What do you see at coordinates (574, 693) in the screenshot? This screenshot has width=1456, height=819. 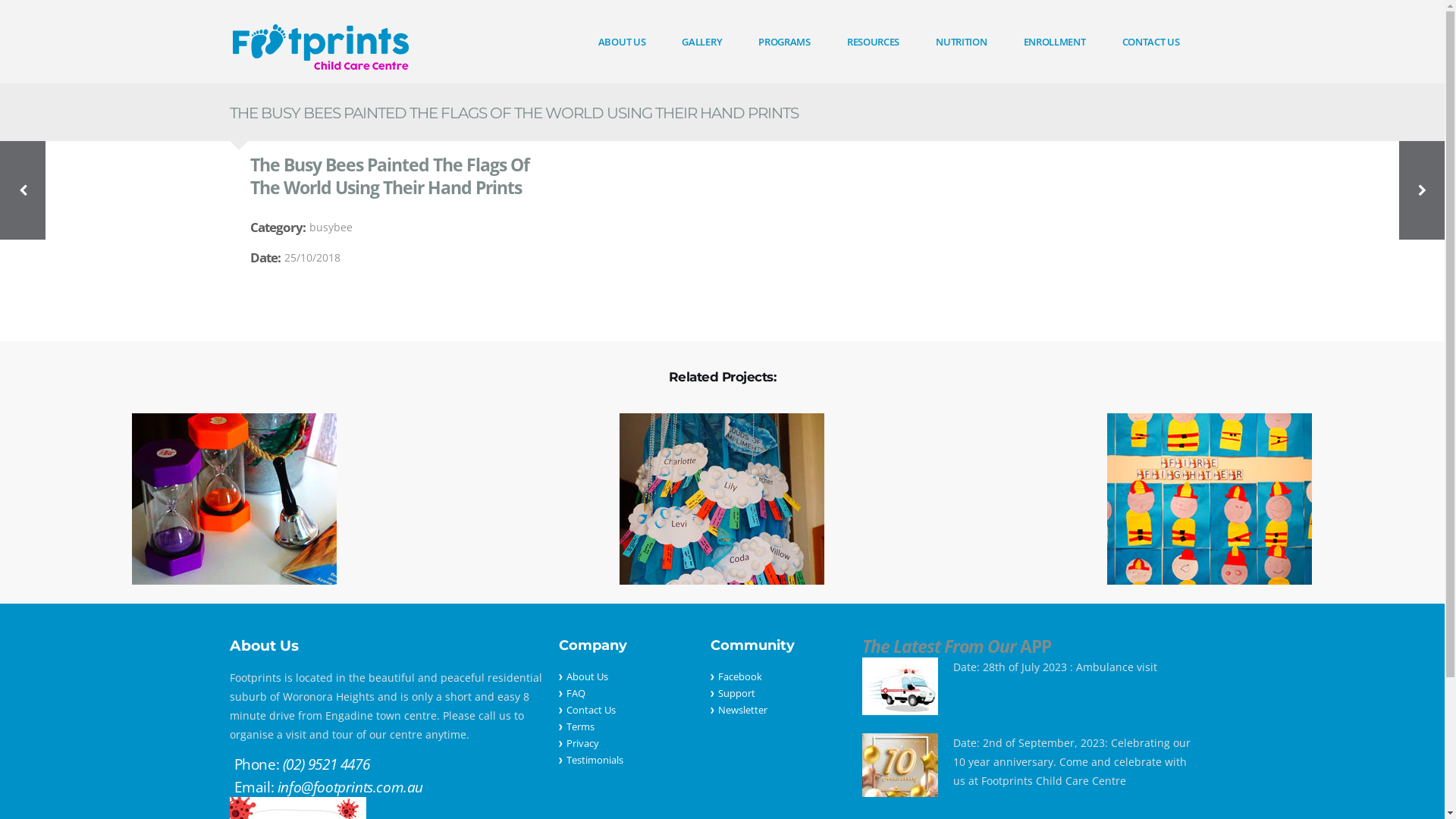 I see `'FAQ'` at bounding box center [574, 693].